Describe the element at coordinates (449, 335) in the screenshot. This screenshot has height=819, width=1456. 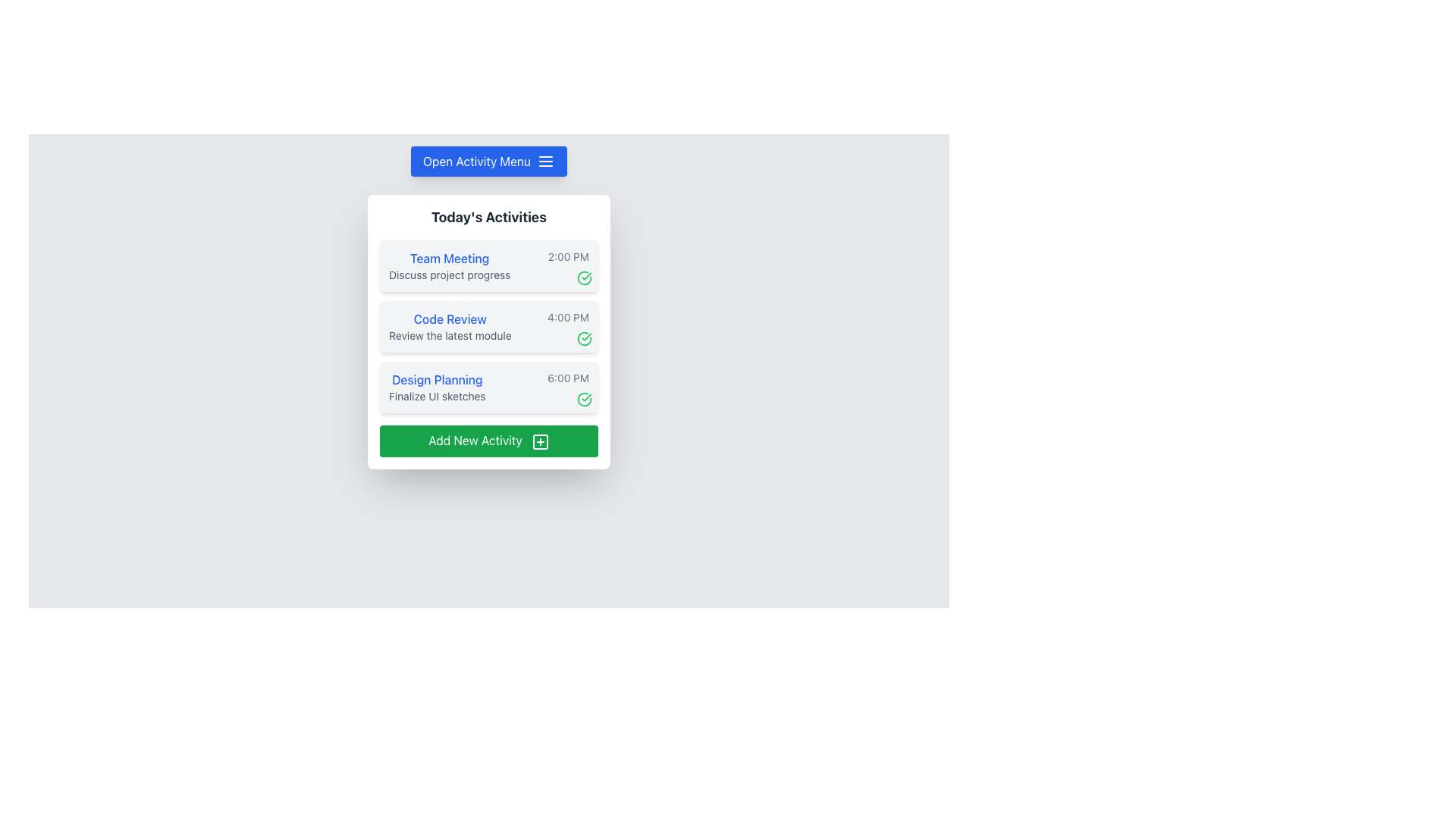
I see `the text element that reads 'Review the latest module', which is styled in gray and located beneath the 'Code Review' title within the 'Today's Activities' box` at that location.